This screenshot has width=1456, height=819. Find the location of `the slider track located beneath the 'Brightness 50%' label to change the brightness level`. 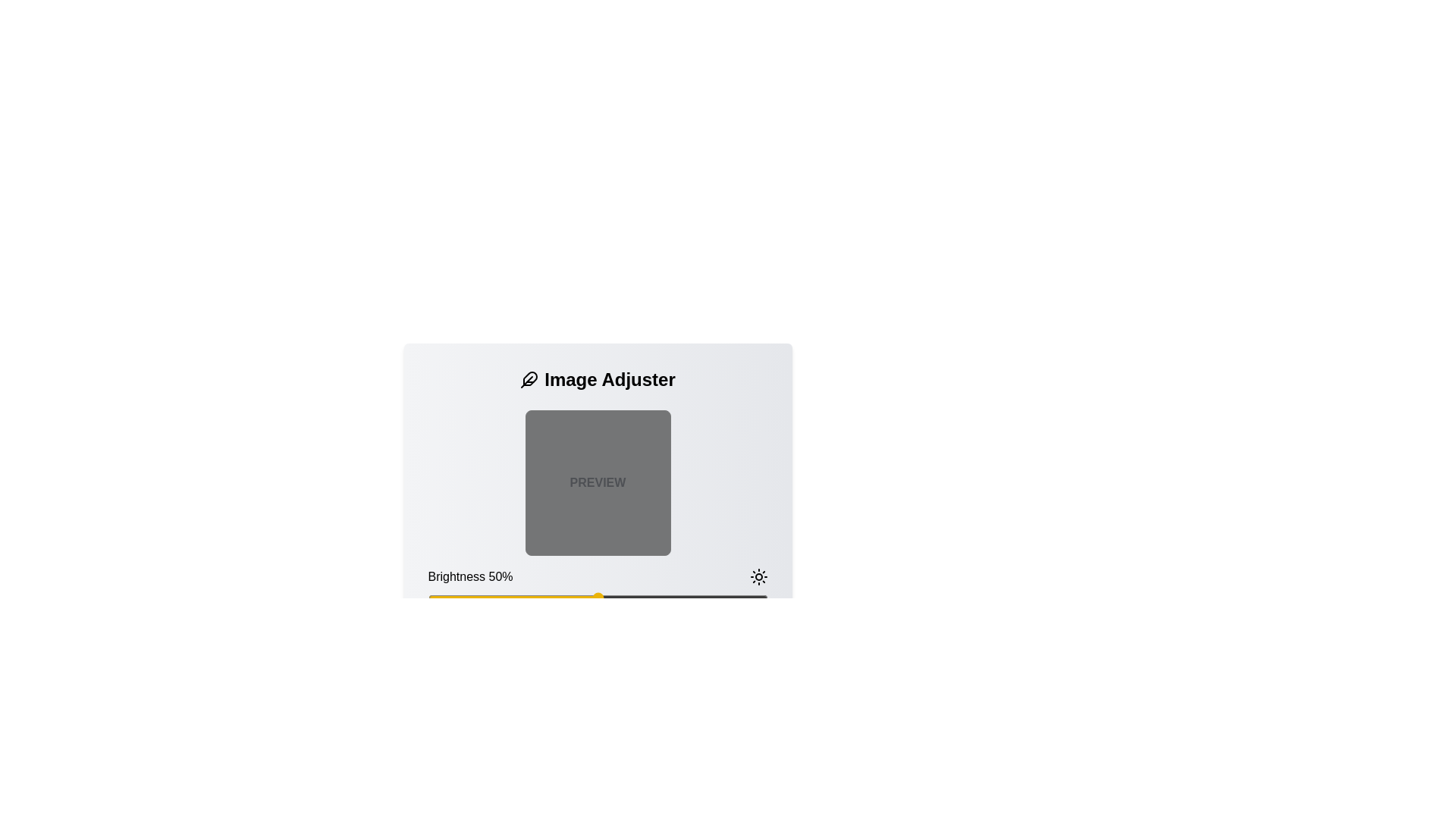

the slider track located beneath the 'Brightness 50%' label to change the brightness level is located at coordinates (597, 598).